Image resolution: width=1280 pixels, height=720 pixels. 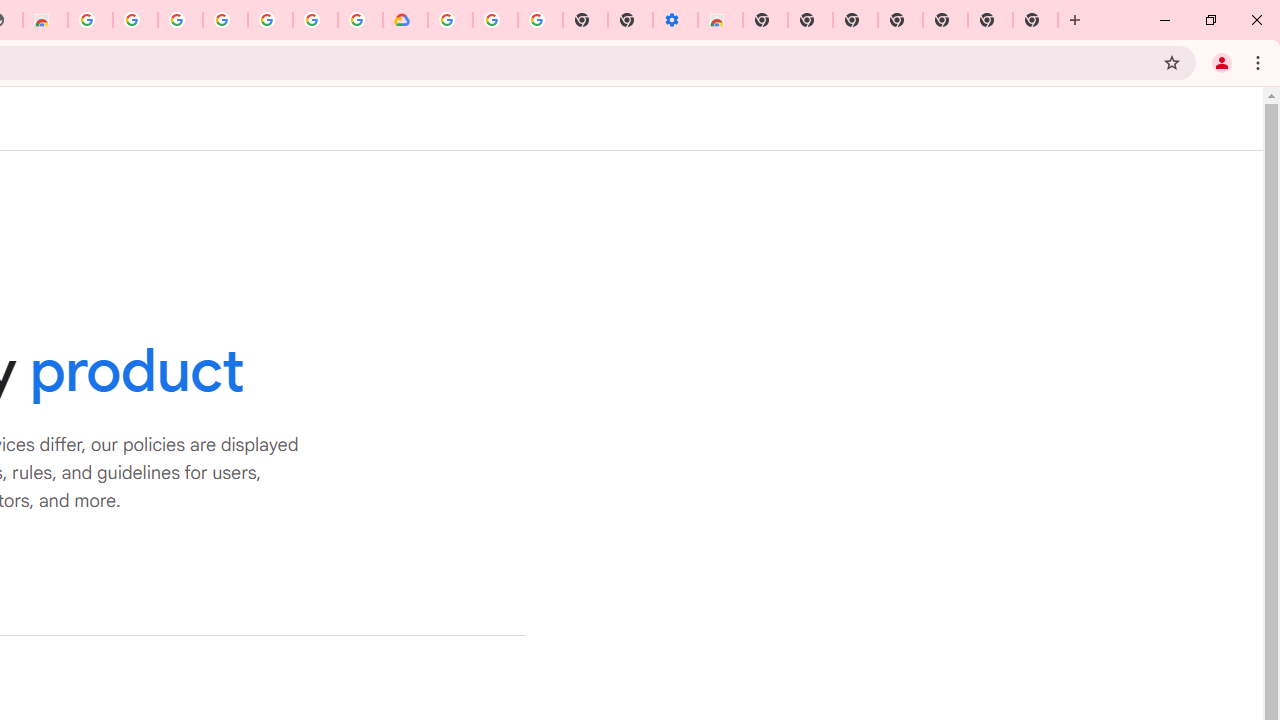 What do you see at coordinates (134, 20) in the screenshot?
I see `'Ad Settings'` at bounding box center [134, 20].